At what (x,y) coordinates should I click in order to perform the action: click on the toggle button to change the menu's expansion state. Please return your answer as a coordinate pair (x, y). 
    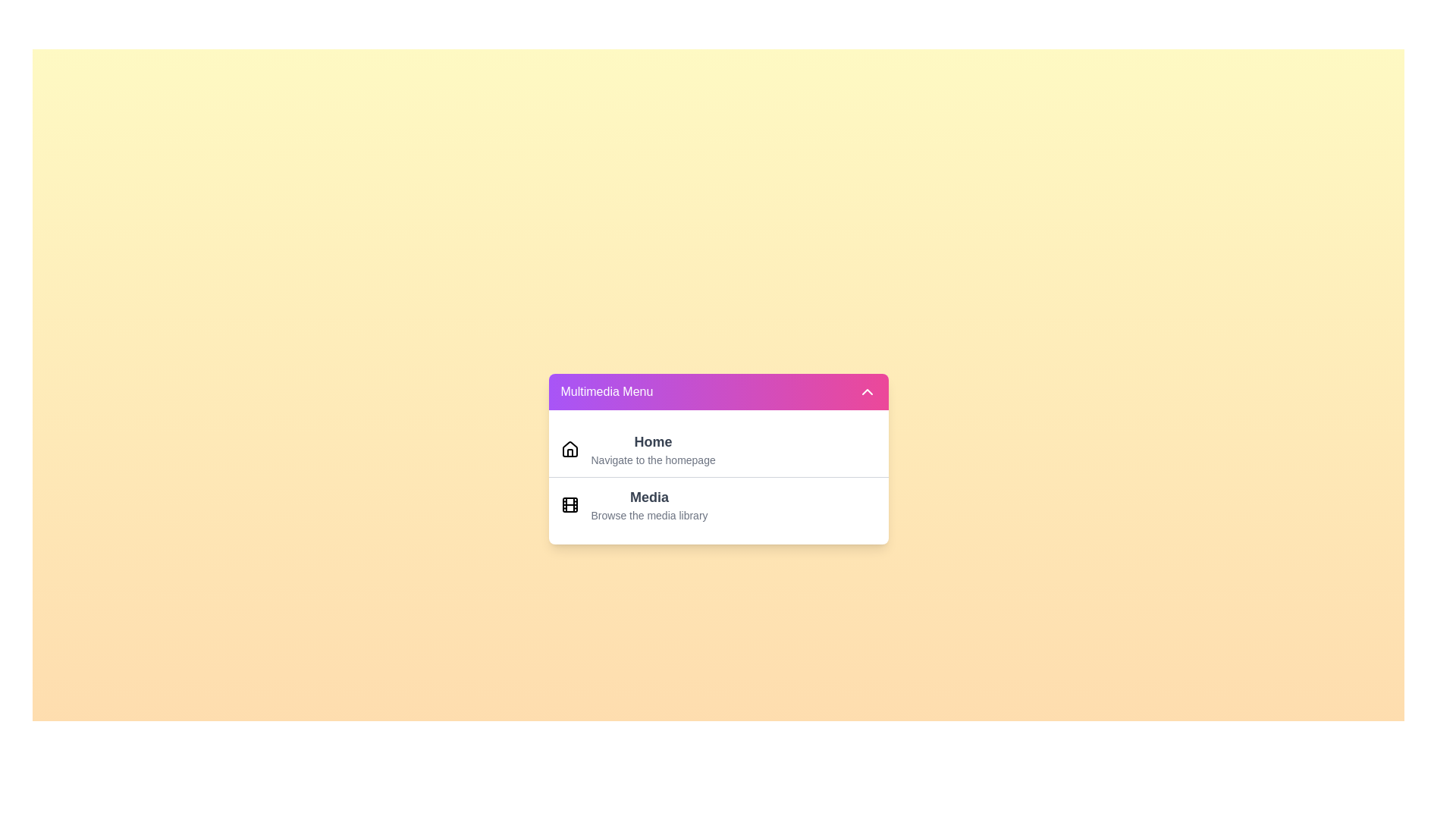
    Looking at the image, I should click on (717, 391).